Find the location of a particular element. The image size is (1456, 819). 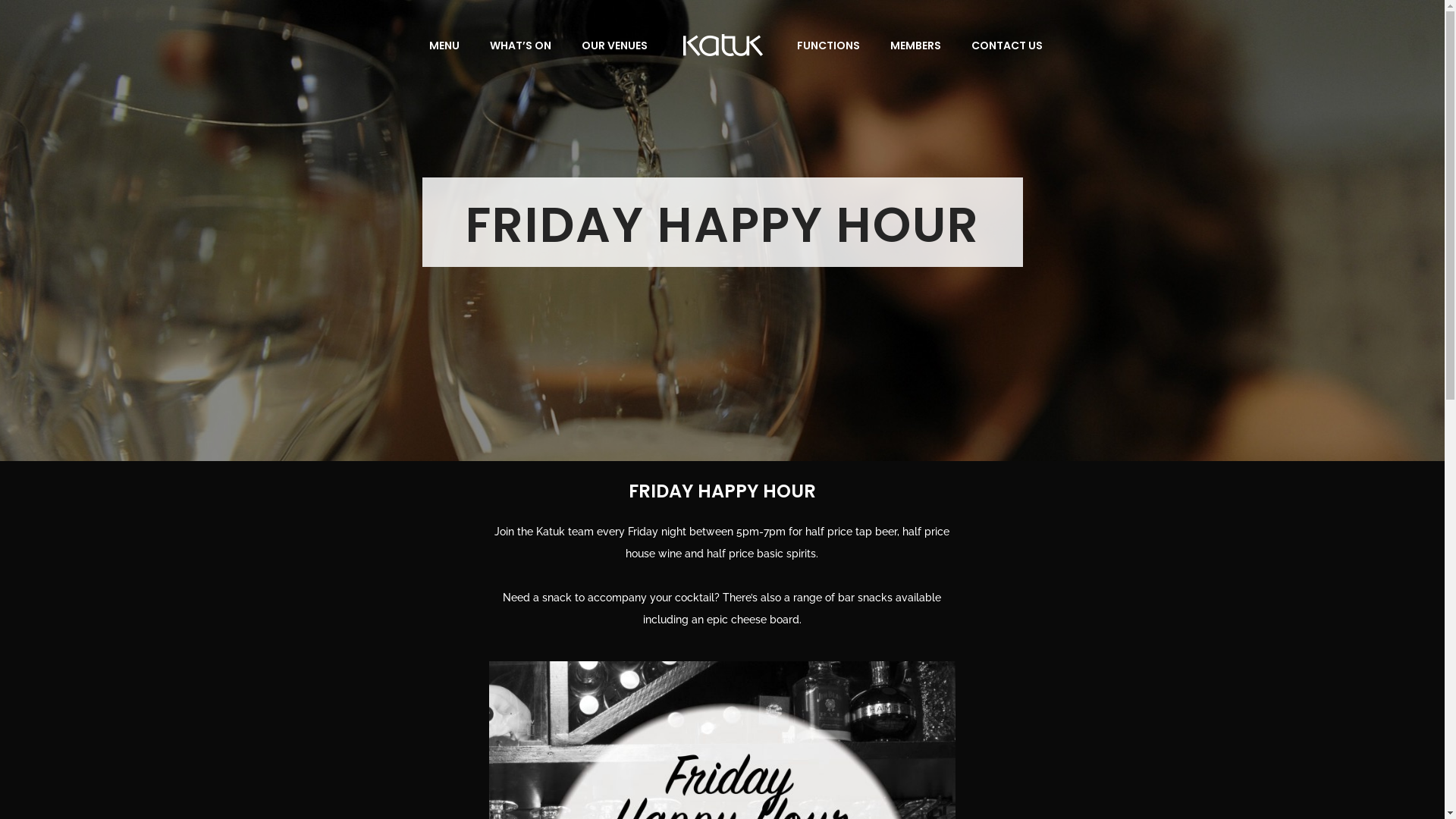

'MEMBERS' is located at coordinates (915, 45).